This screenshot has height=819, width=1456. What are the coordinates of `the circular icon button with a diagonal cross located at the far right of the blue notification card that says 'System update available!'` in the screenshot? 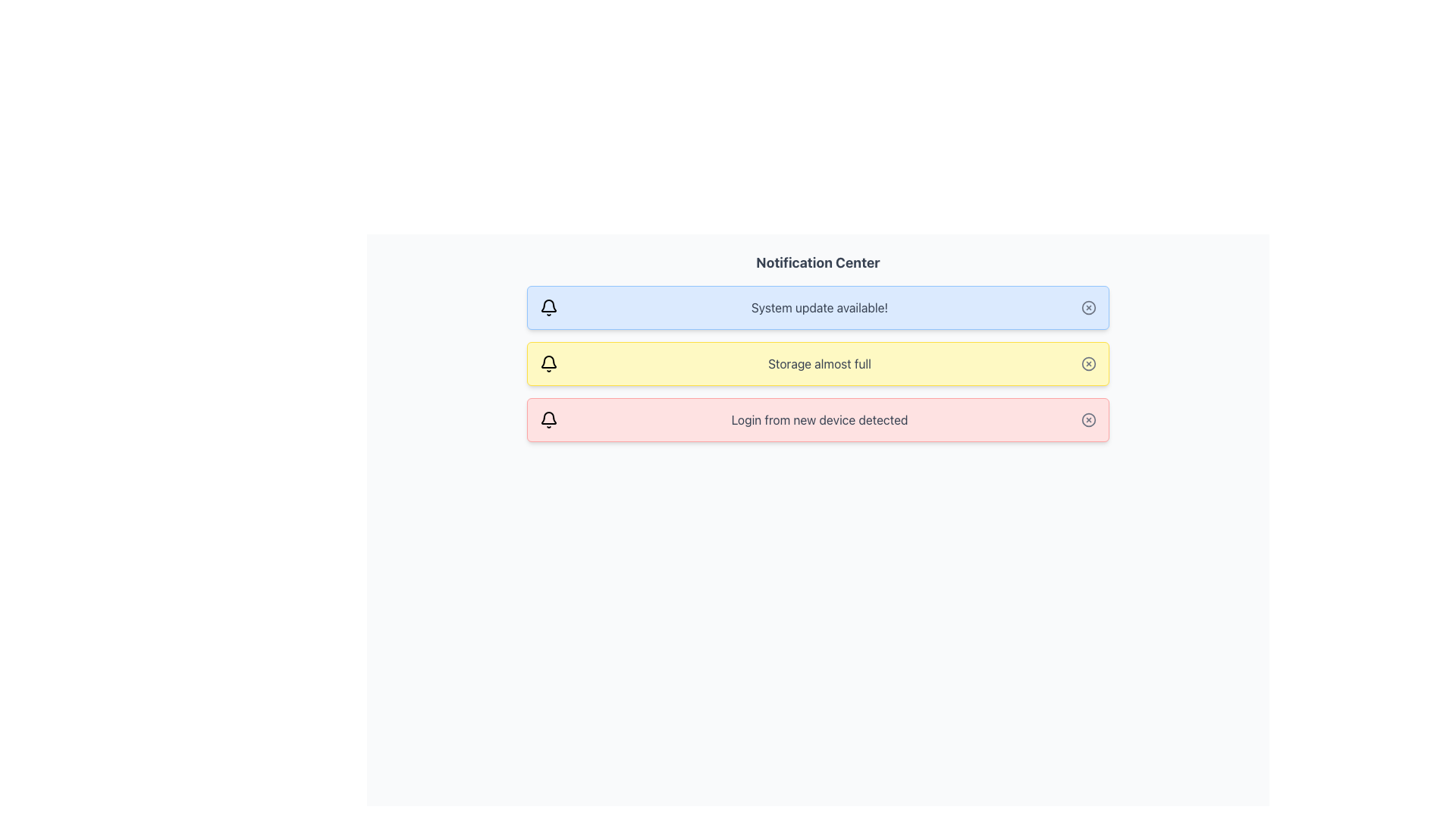 It's located at (1087, 307).